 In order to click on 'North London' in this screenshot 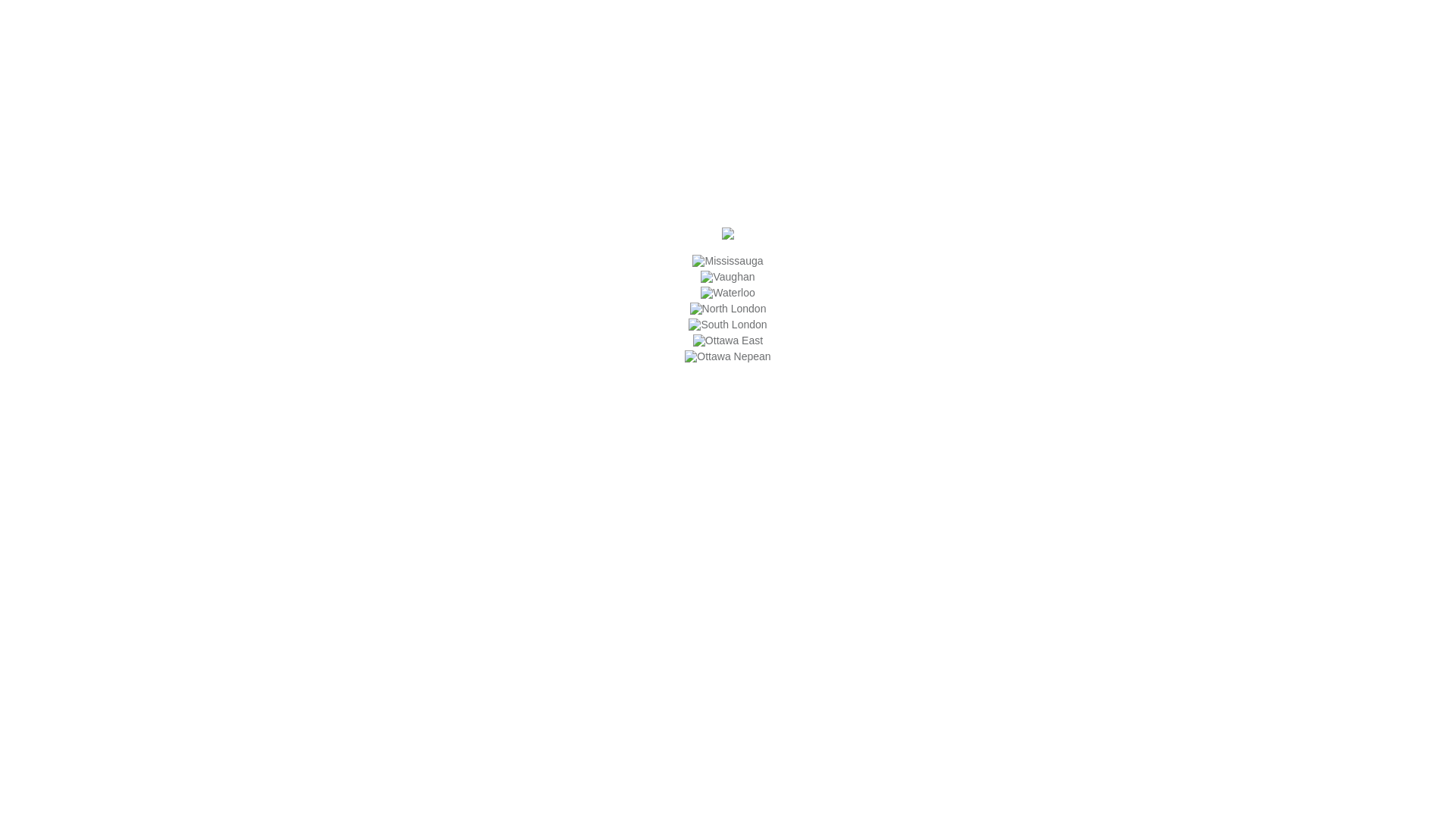, I will do `click(728, 308)`.